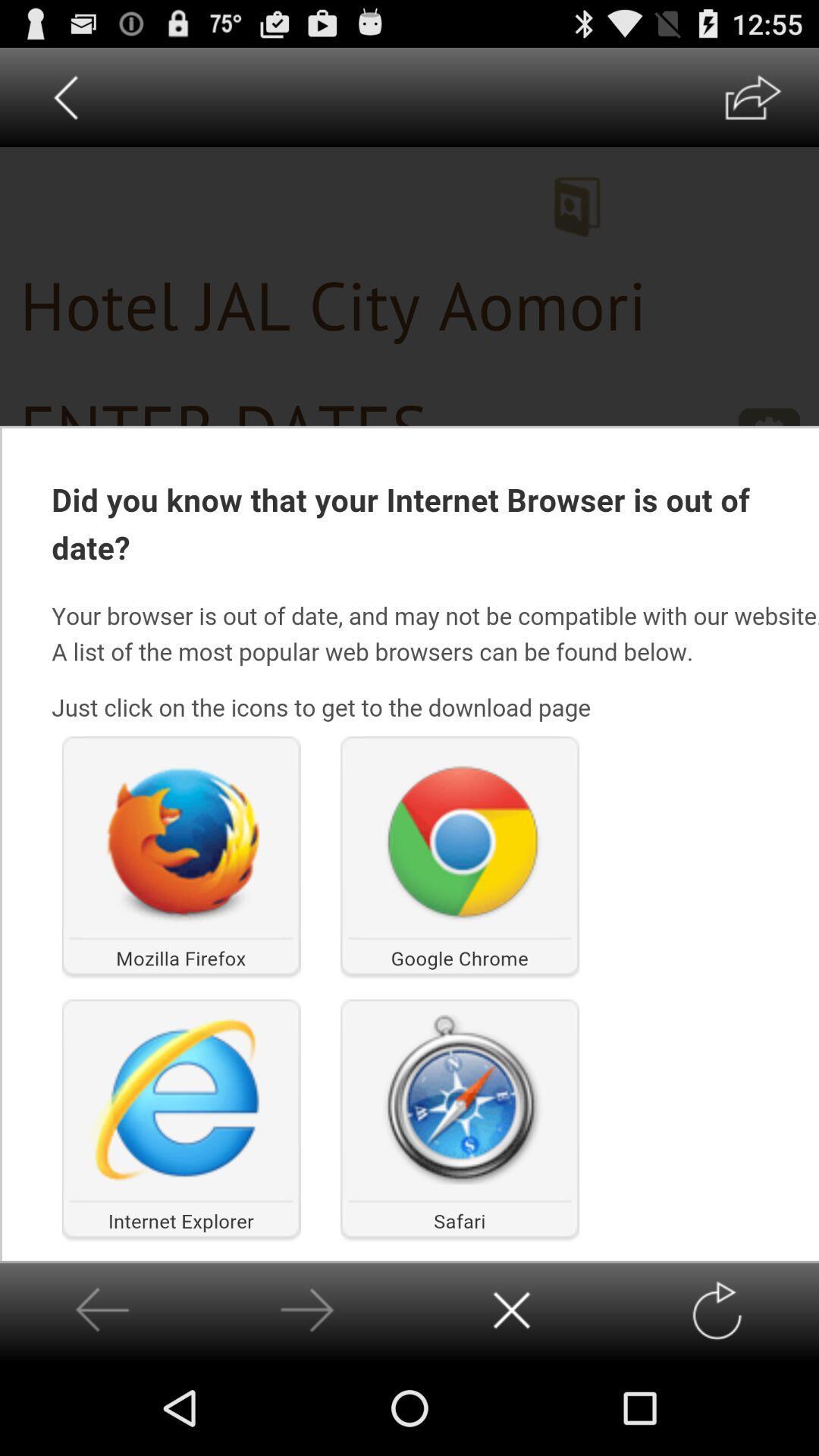  What do you see at coordinates (717, 1310) in the screenshot?
I see `refresh` at bounding box center [717, 1310].